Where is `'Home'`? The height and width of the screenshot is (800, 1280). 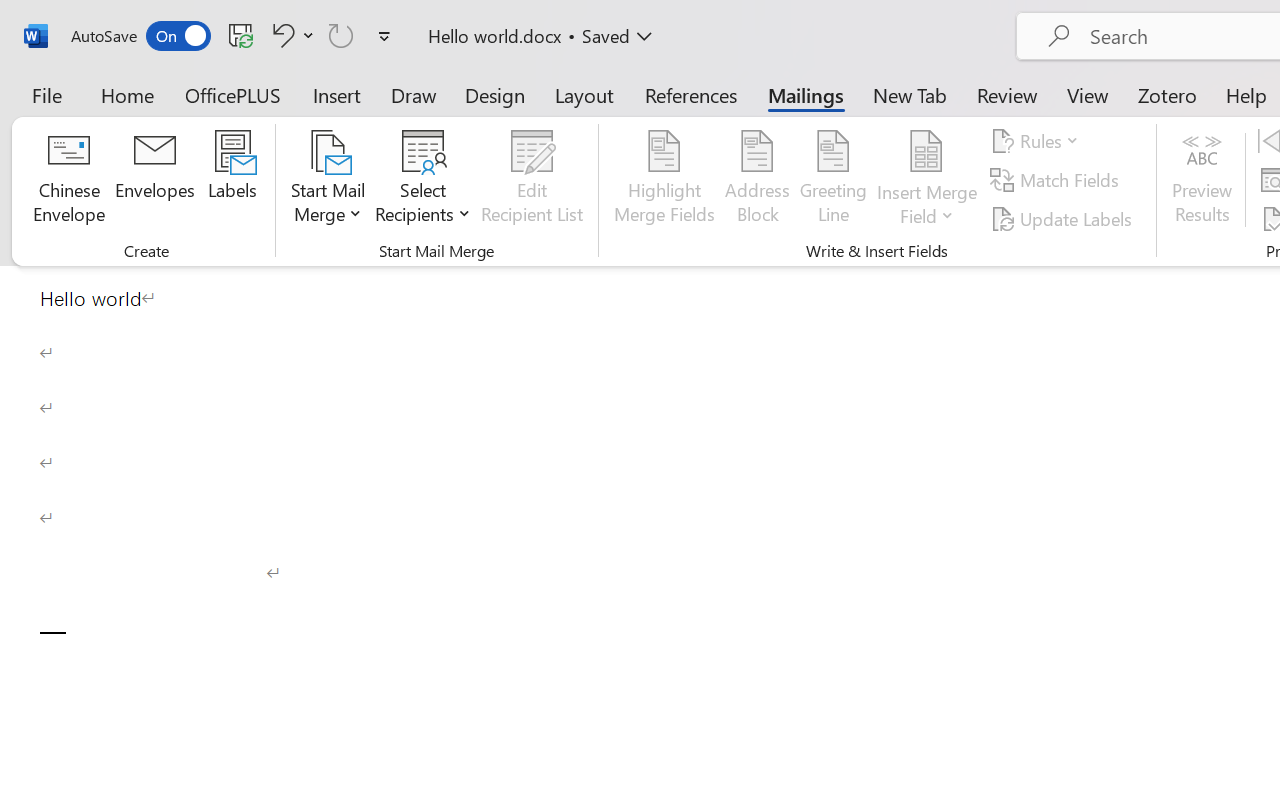 'Home' is located at coordinates (127, 94).